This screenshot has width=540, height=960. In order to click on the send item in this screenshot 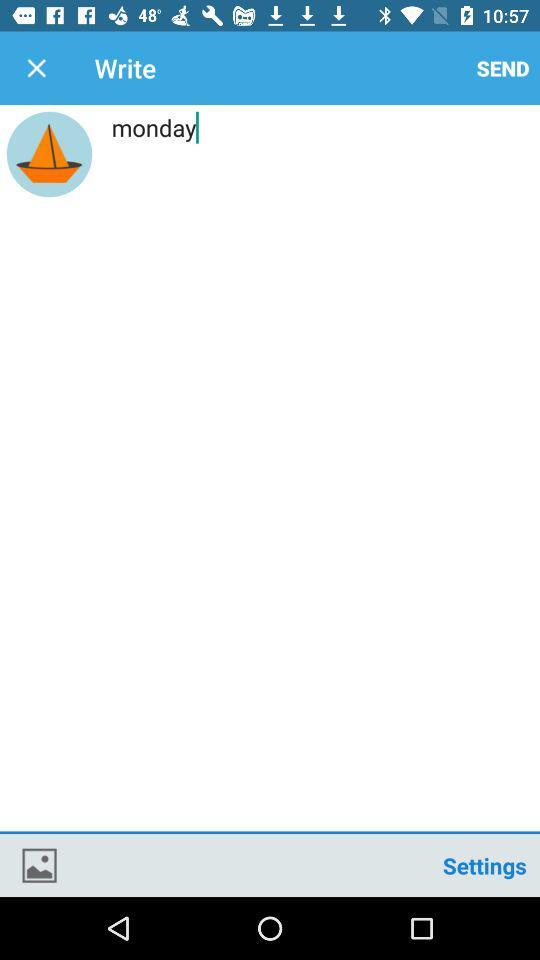, I will do `click(502, 68)`.